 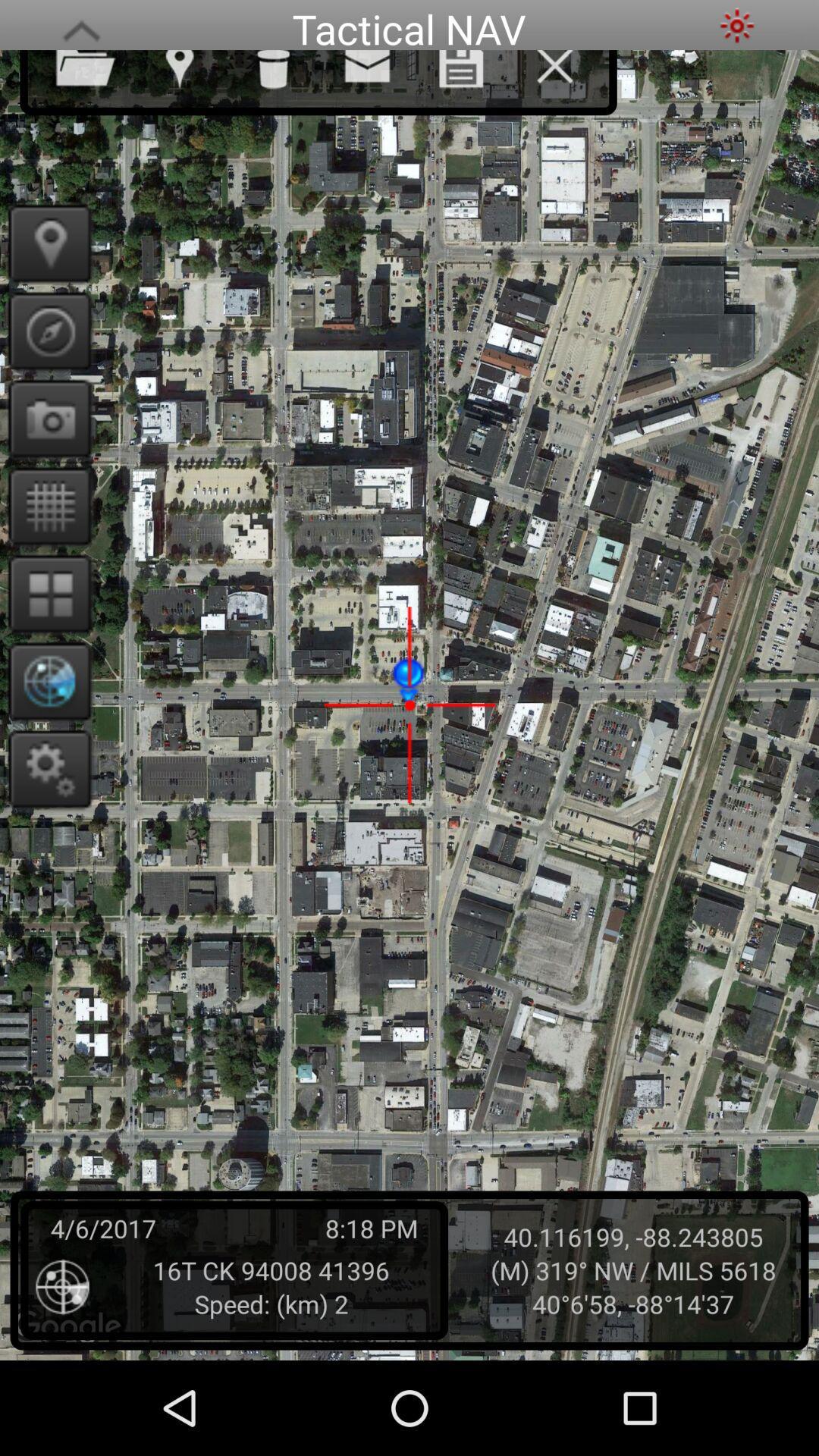 I want to click on the photo icon, so click(x=44, y=447).